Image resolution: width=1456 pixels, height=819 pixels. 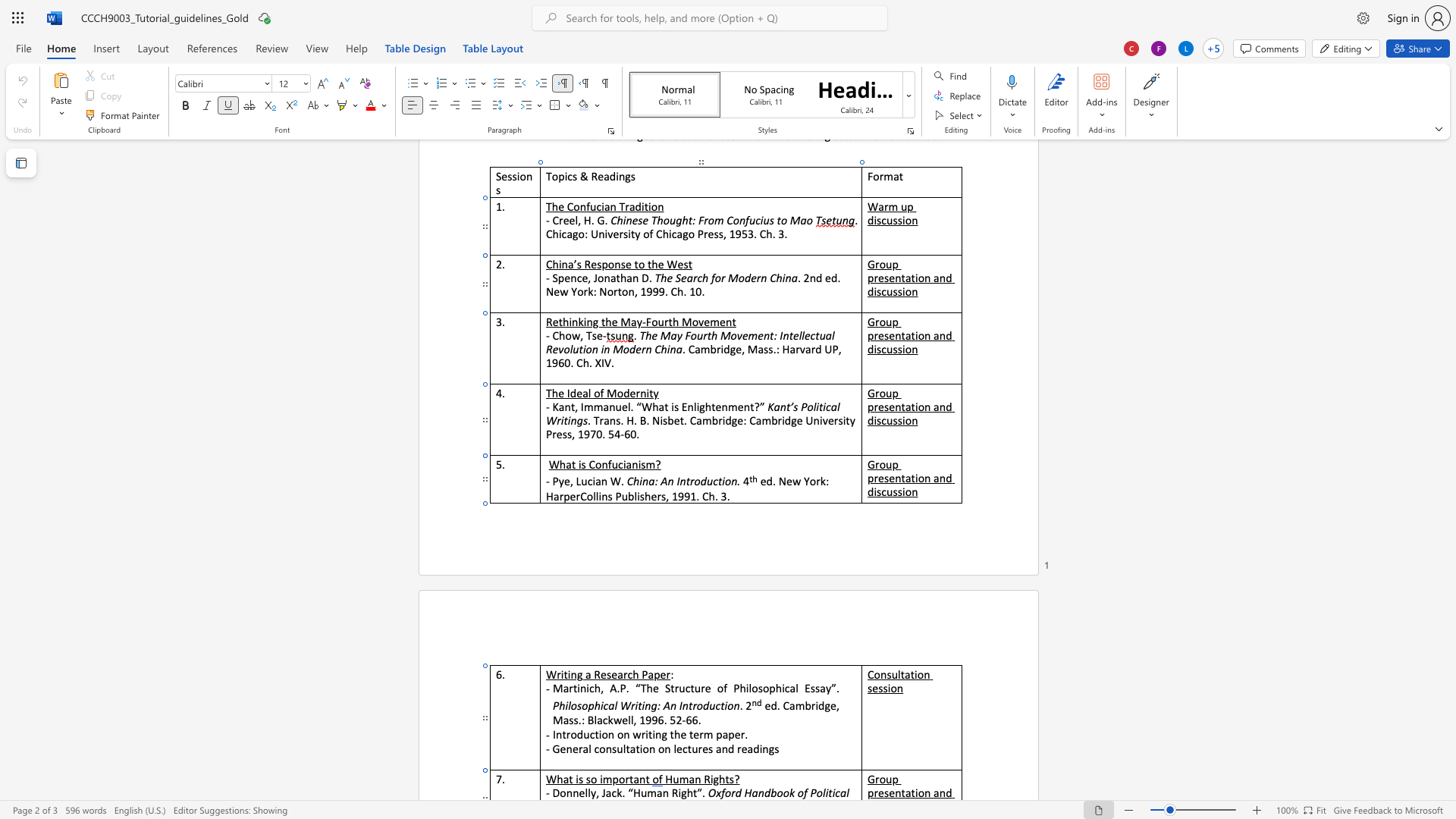 What do you see at coordinates (662, 792) in the screenshot?
I see `the space between the continuous character "a" and "n" in the text` at bounding box center [662, 792].